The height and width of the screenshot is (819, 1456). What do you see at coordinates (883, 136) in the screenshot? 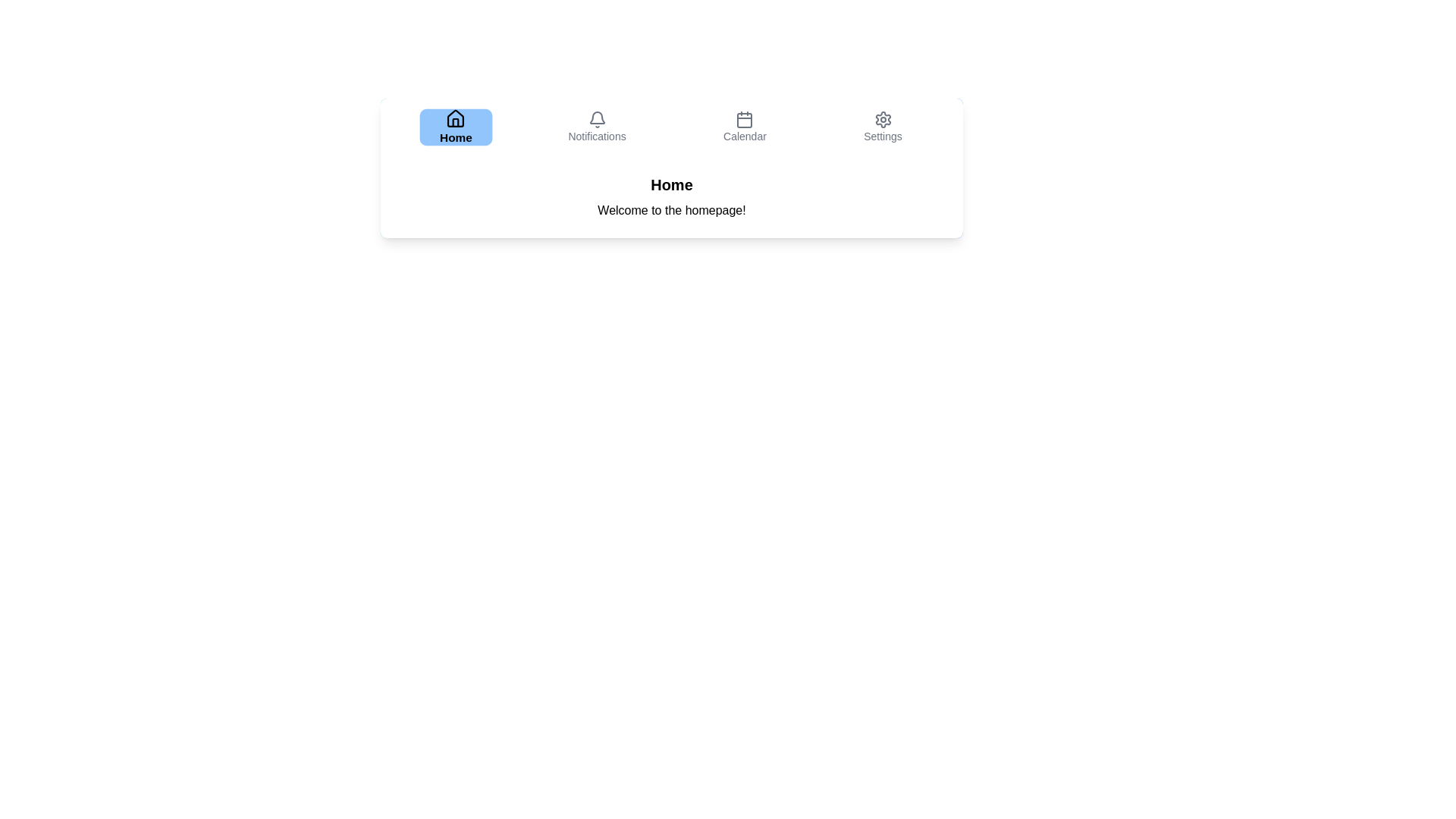
I see `the text label displaying 'Settings', which is located at the far right of the top navigation bar beneath a gear icon` at bounding box center [883, 136].